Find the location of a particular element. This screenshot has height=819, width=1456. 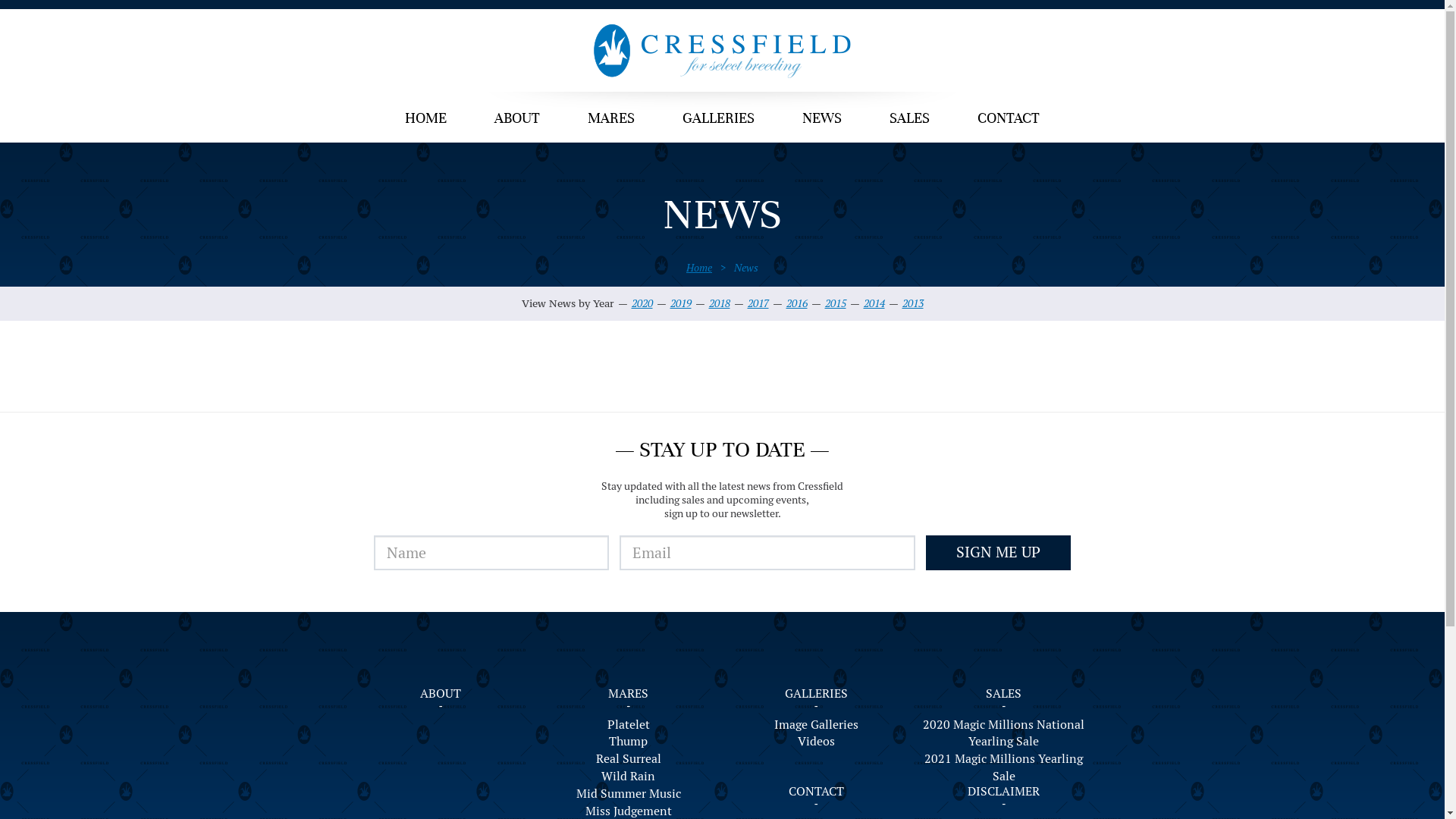

'MARES' is located at coordinates (611, 119).